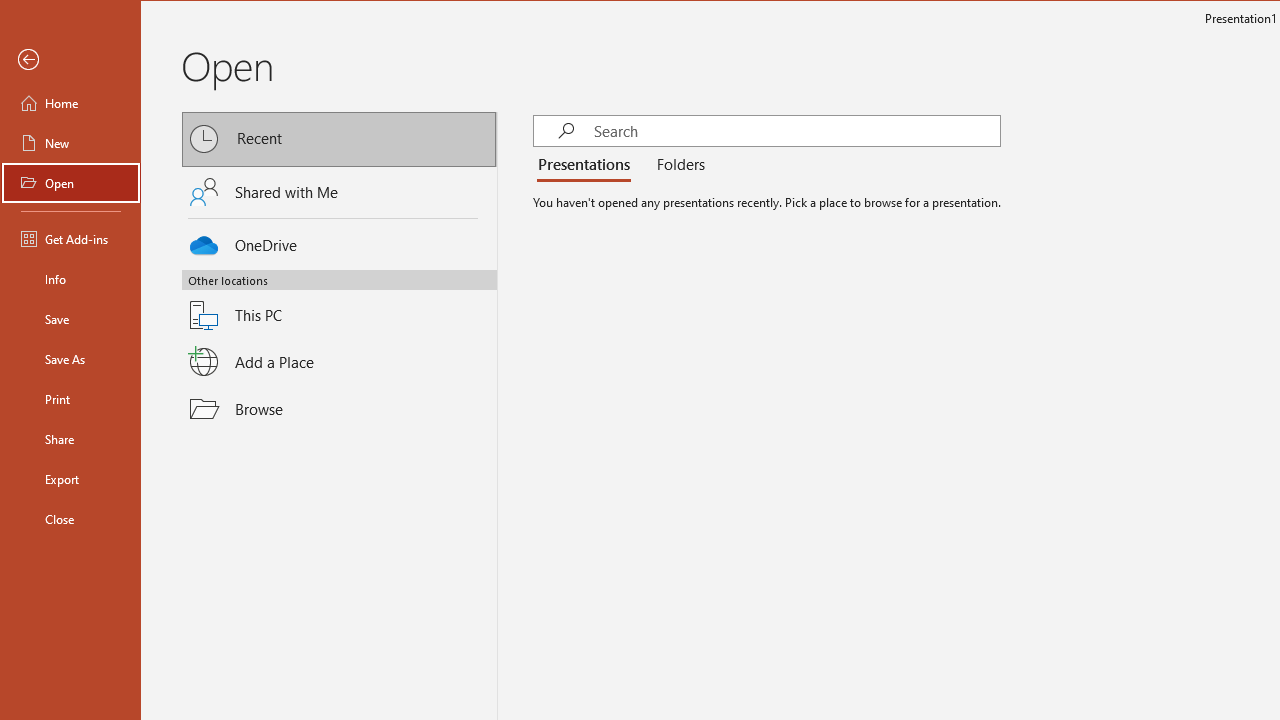  I want to click on 'This PC', so click(339, 303).